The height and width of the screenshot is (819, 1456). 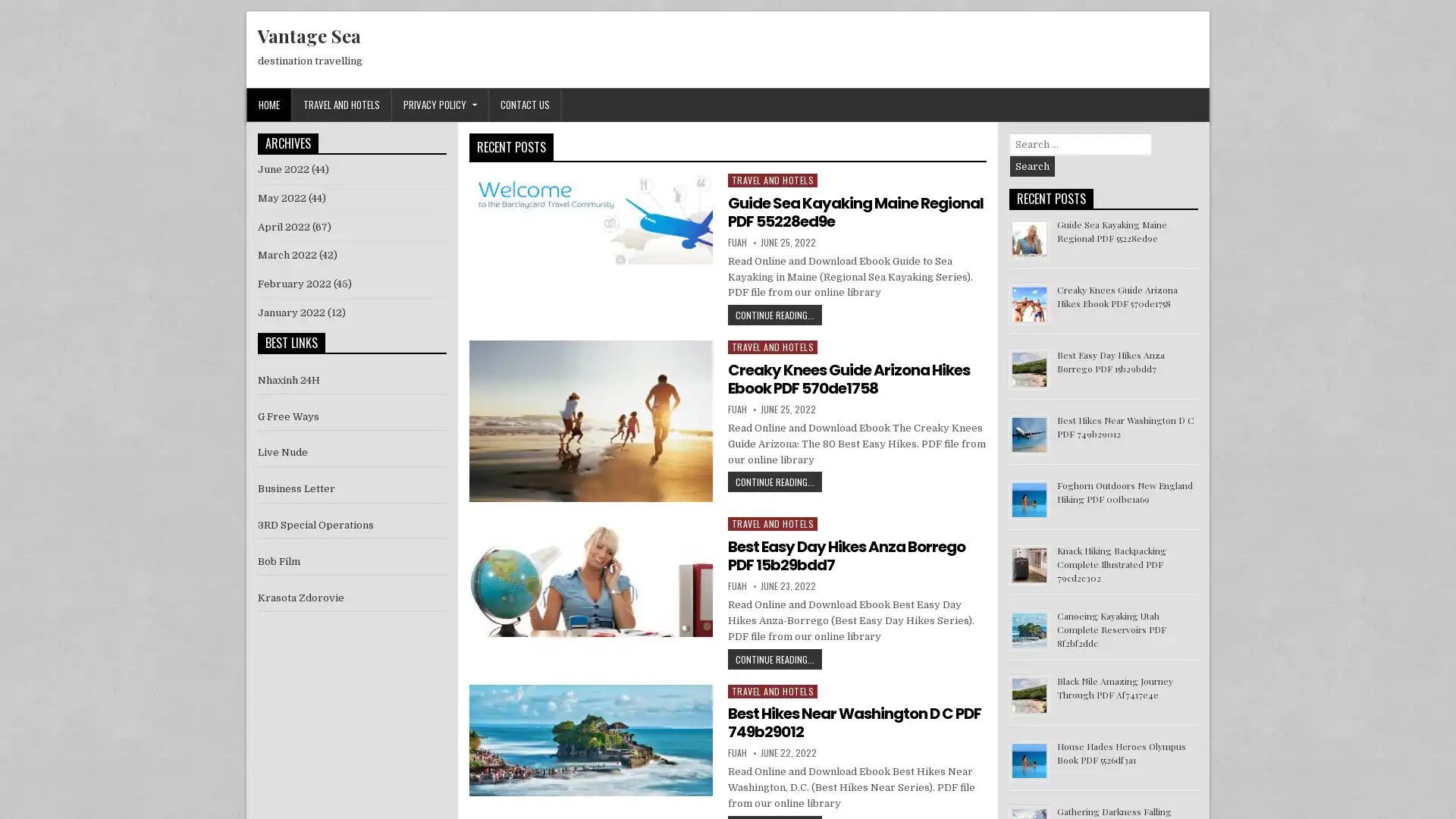 I want to click on Search, so click(x=1031, y=166).